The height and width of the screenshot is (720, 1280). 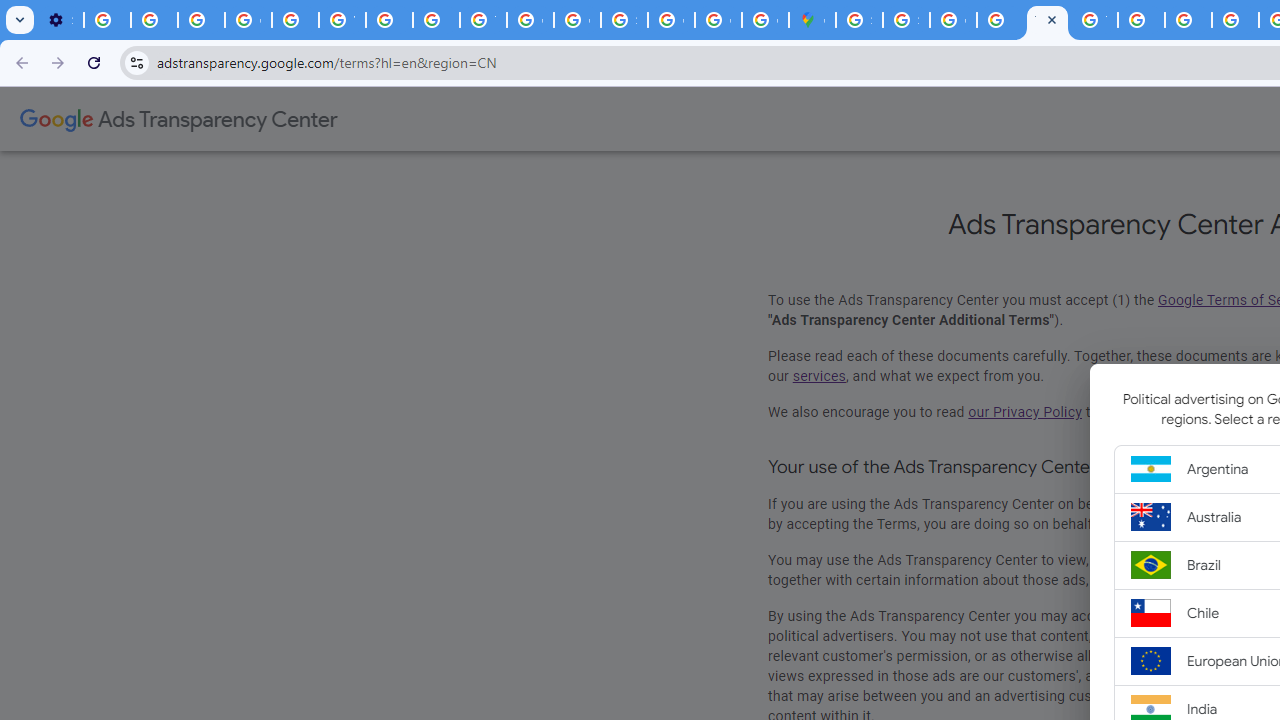 What do you see at coordinates (1141, 20) in the screenshot?
I see `'Blogger Policies and Guidelines - Transparency Center'` at bounding box center [1141, 20].